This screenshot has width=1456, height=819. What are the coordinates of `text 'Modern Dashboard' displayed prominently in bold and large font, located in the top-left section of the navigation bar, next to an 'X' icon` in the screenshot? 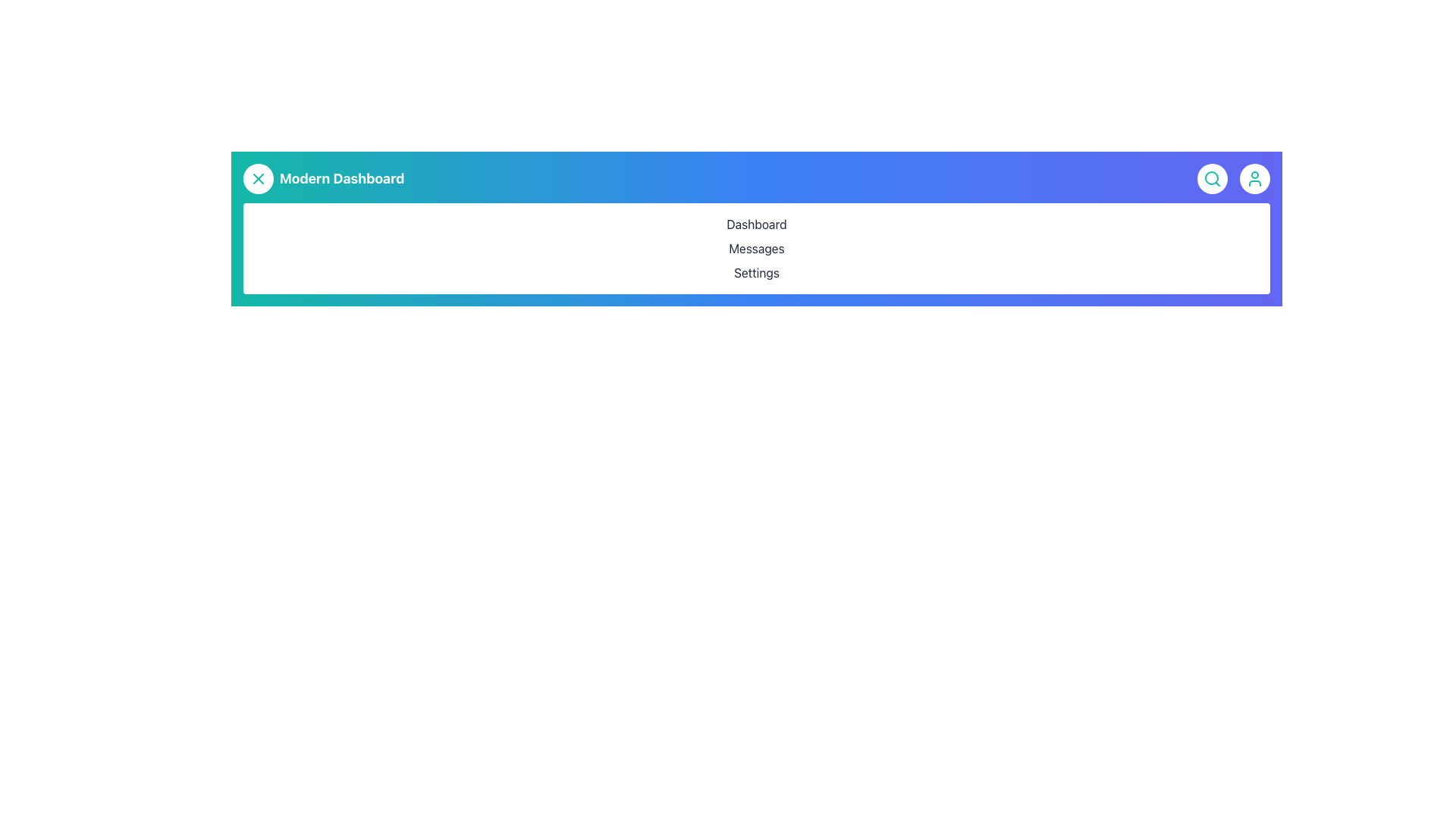 It's located at (323, 177).